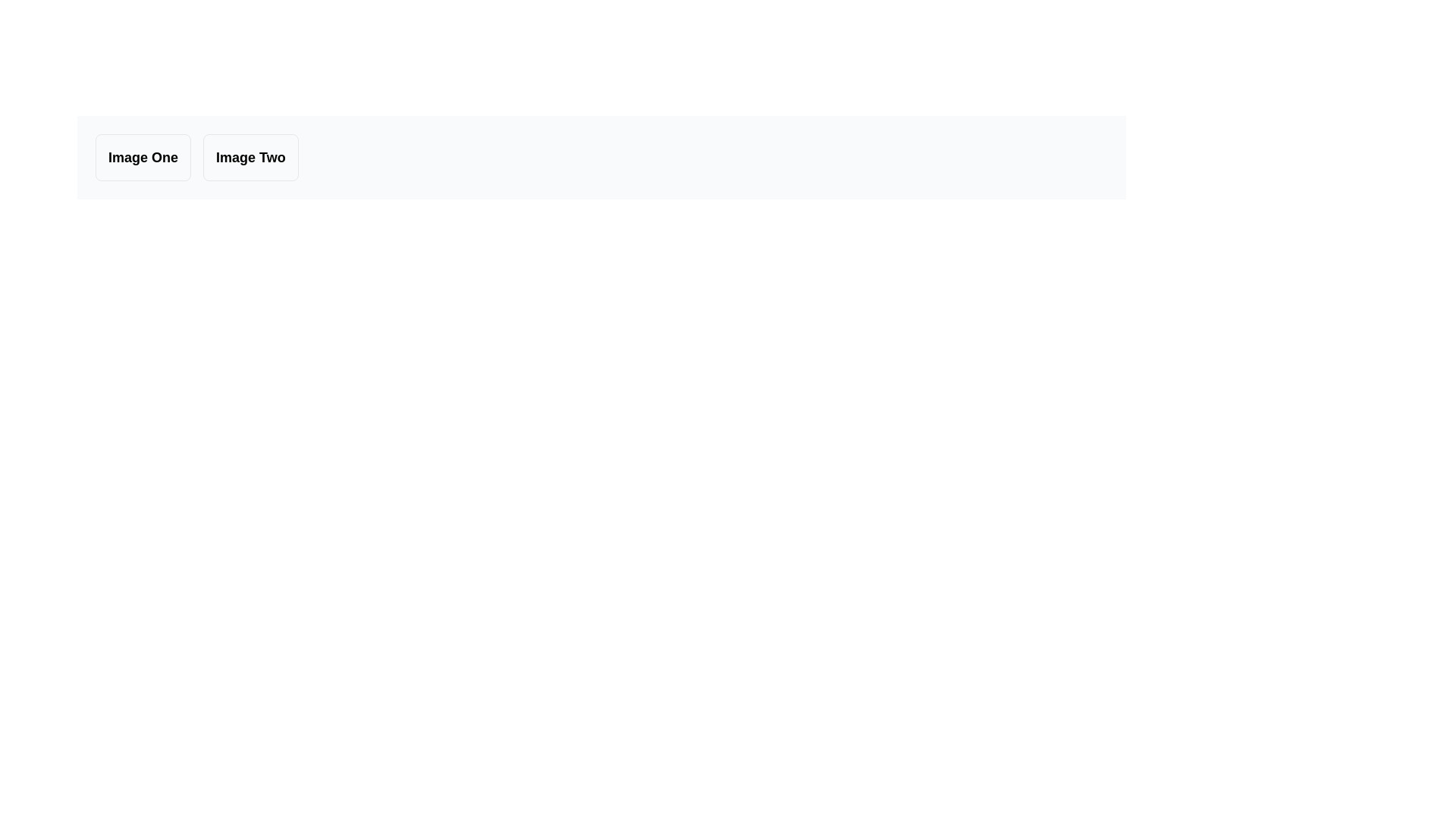 The width and height of the screenshot is (1456, 819). Describe the element at coordinates (143, 158) in the screenshot. I see `the text label displaying 'Image One', which is positioned centrally within its card in a horizontal row with another card labeled 'Image Two'` at that location.